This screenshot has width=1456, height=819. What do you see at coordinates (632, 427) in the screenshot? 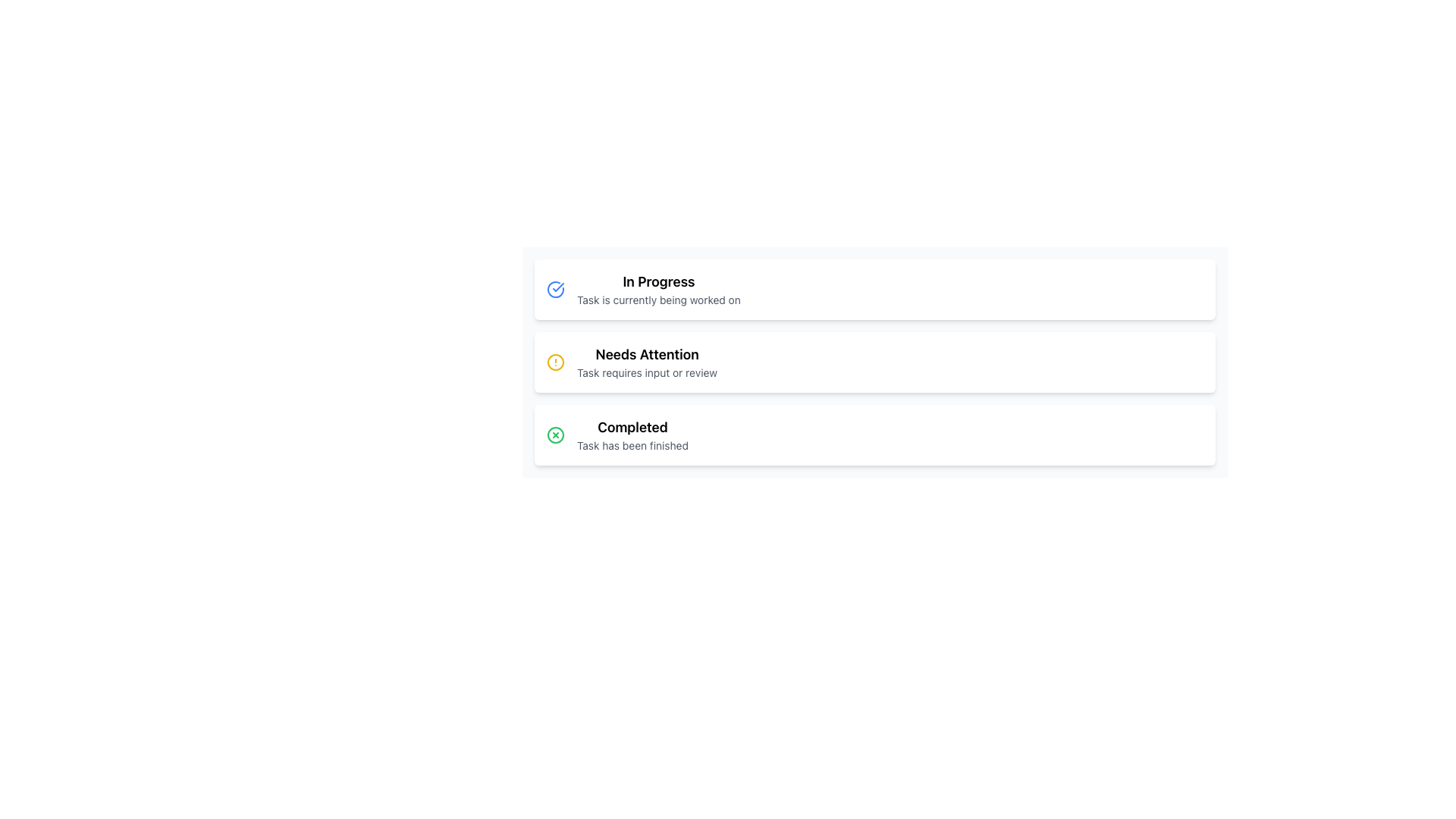
I see `text label that displays 'Completed' in bold, black font, located above the smaller descriptive text 'Task has been finished'` at bounding box center [632, 427].